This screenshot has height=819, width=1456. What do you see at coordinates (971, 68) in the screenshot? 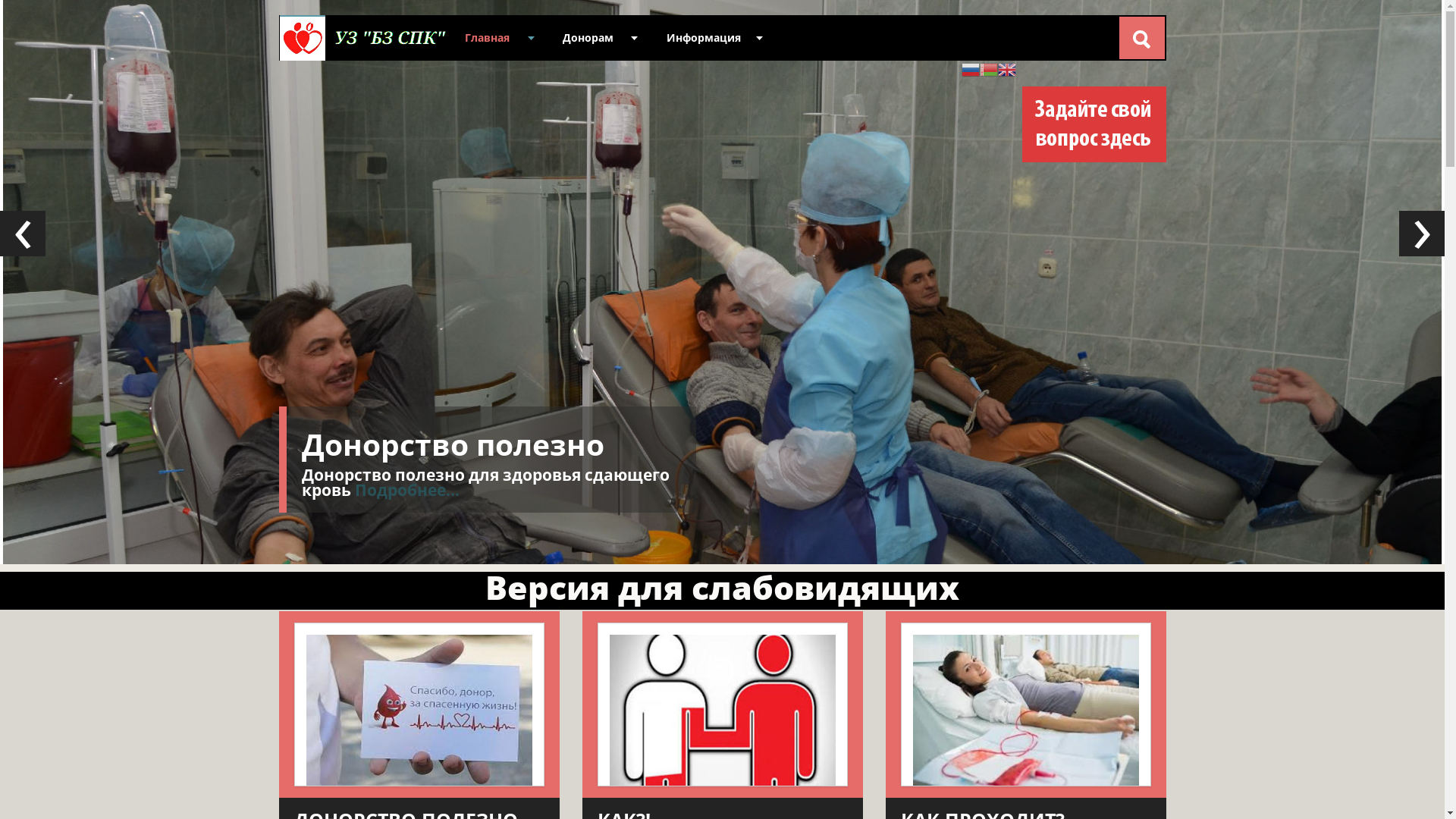
I see `'Russian'` at bounding box center [971, 68].